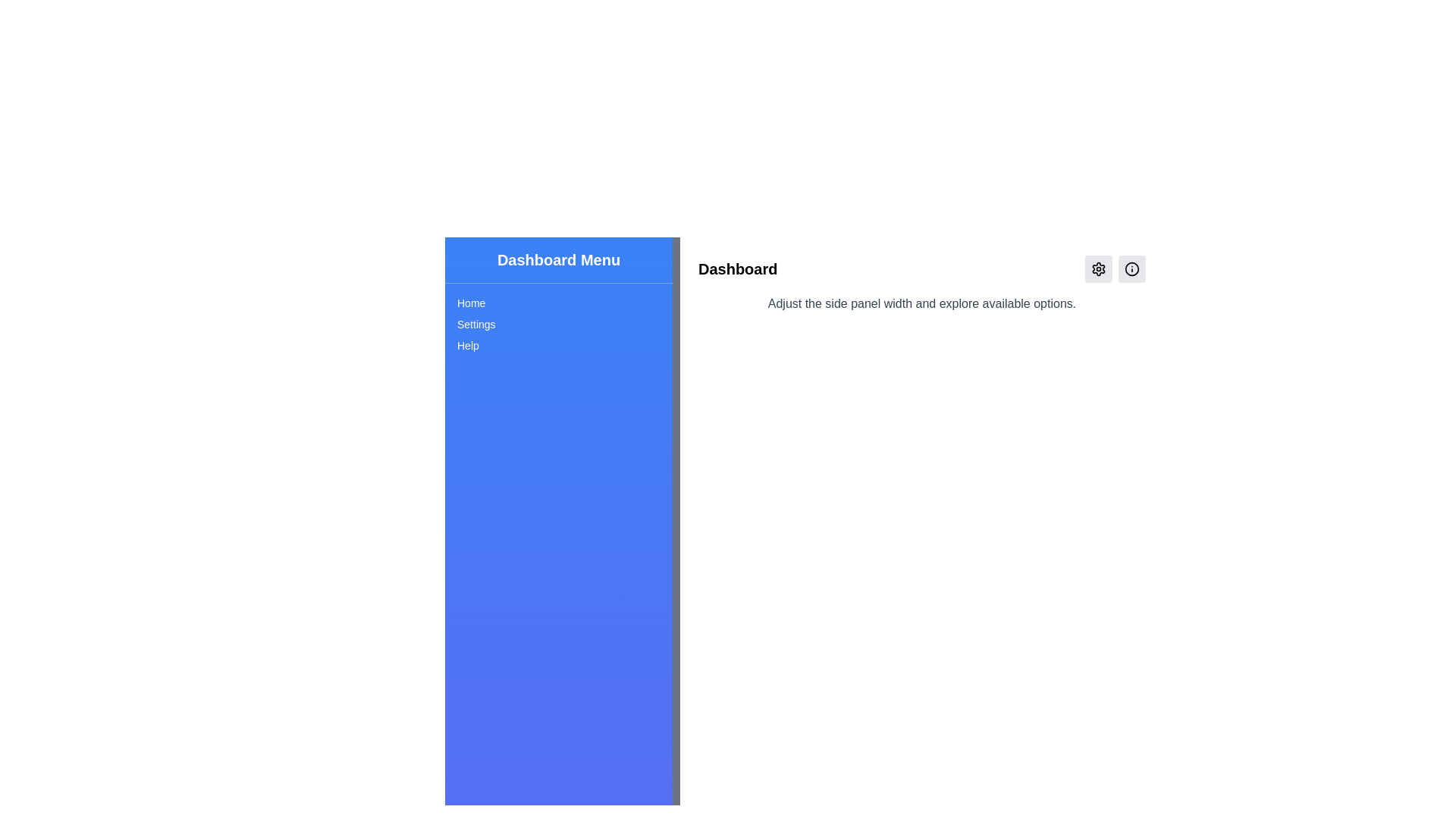 This screenshot has height=819, width=1456. Describe the element at coordinates (558, 345) in the screenshot. I see `the third menu item in the vertical list of the side menu` at that location.